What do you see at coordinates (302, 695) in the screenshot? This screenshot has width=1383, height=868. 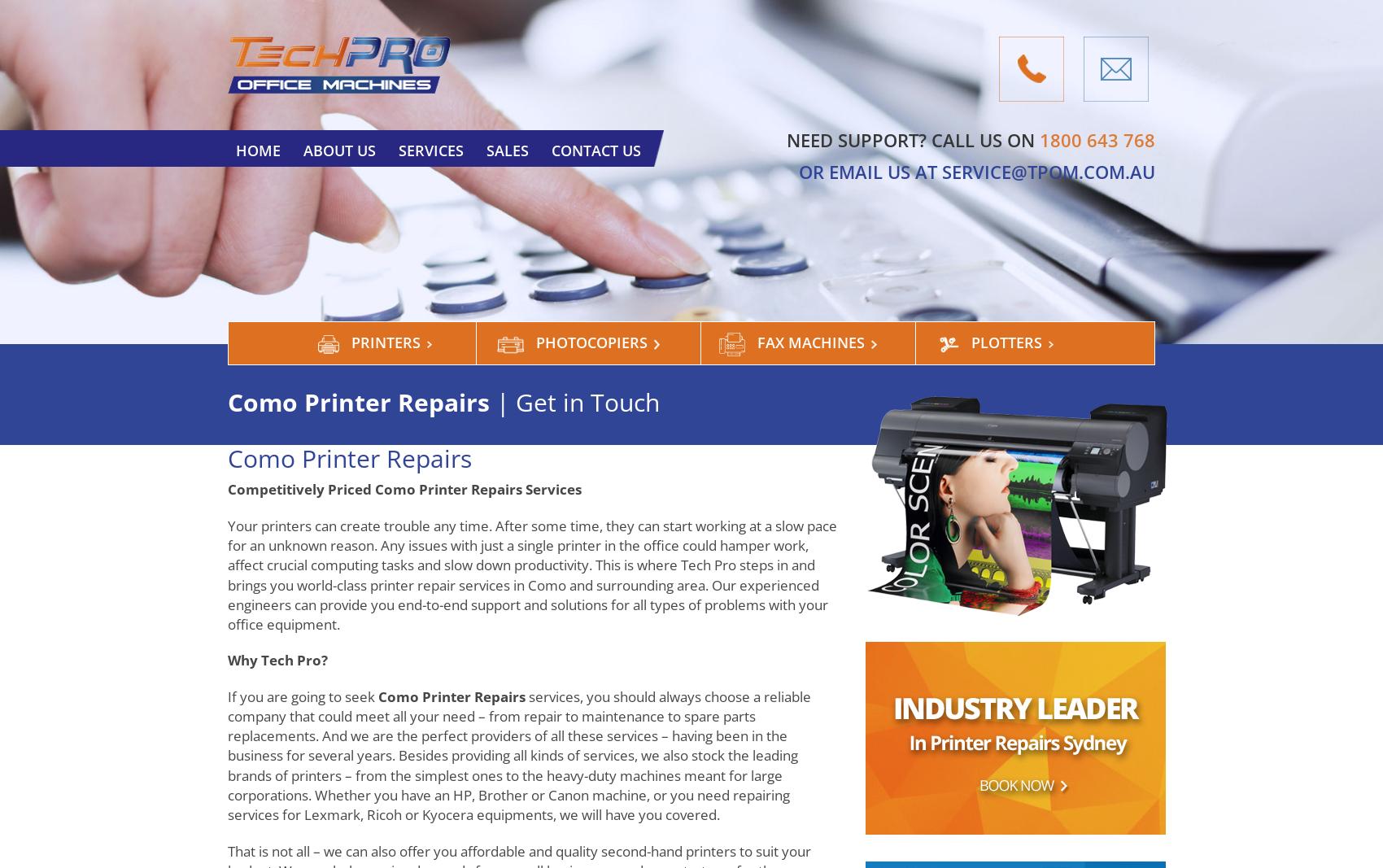 I see `'If you are going to seek'` at bounding box center [302, 695].